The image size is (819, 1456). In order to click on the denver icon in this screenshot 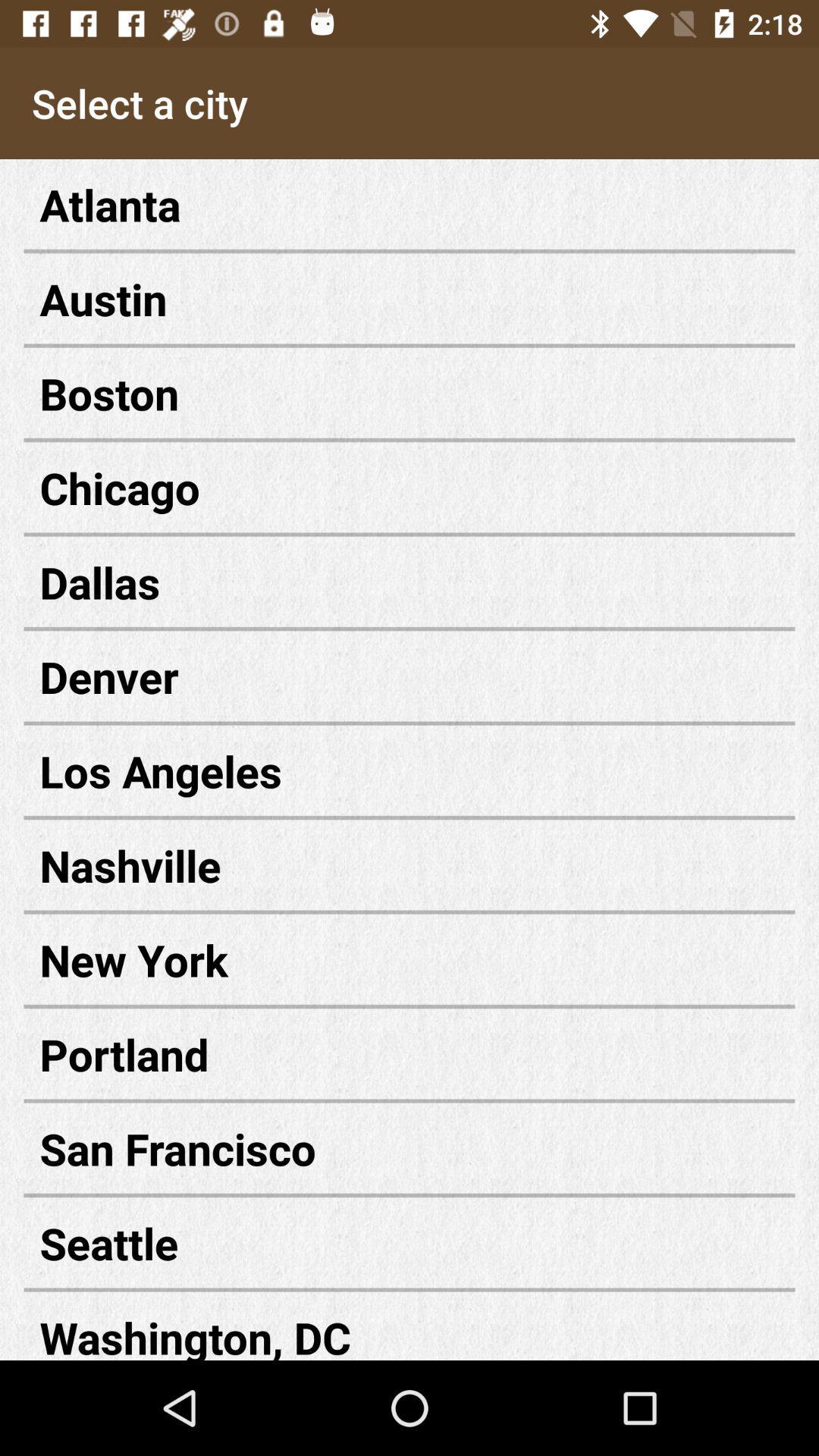, I will do `click(409, 676)`.